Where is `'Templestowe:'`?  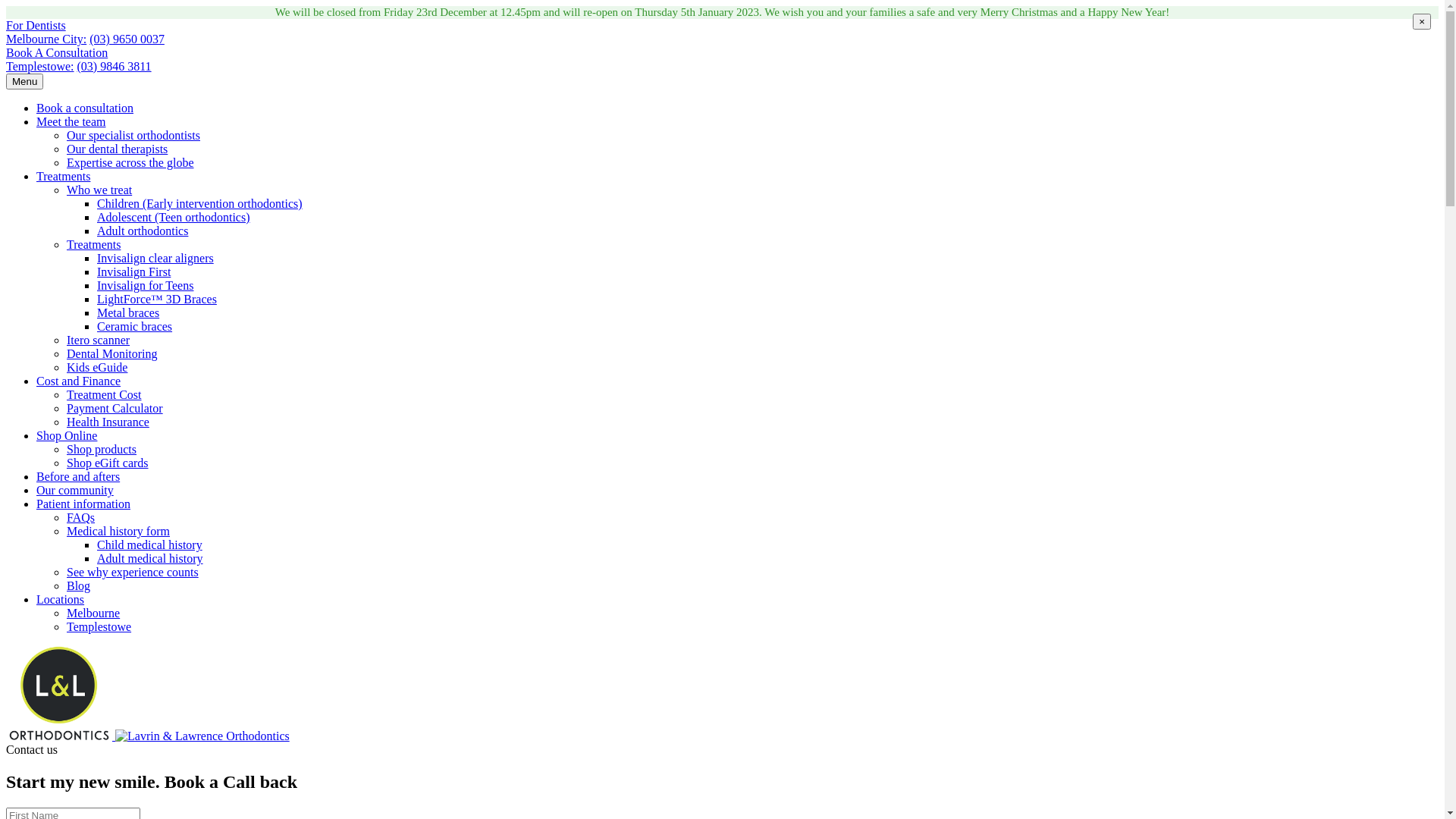 'Templestowe:' is located at coordinates (39, 65).